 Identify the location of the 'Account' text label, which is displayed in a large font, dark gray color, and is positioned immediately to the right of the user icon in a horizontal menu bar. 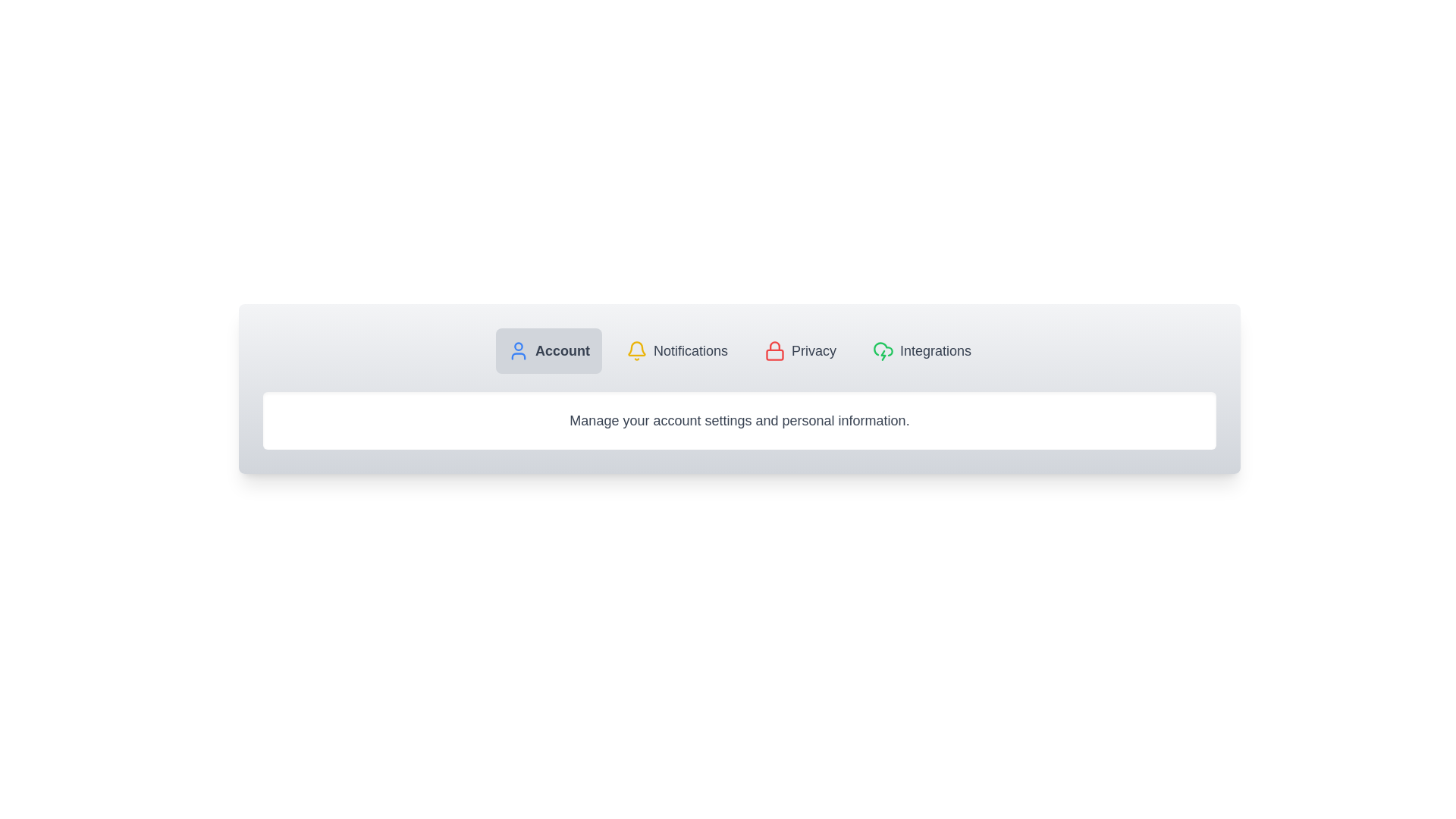
(561, 350).